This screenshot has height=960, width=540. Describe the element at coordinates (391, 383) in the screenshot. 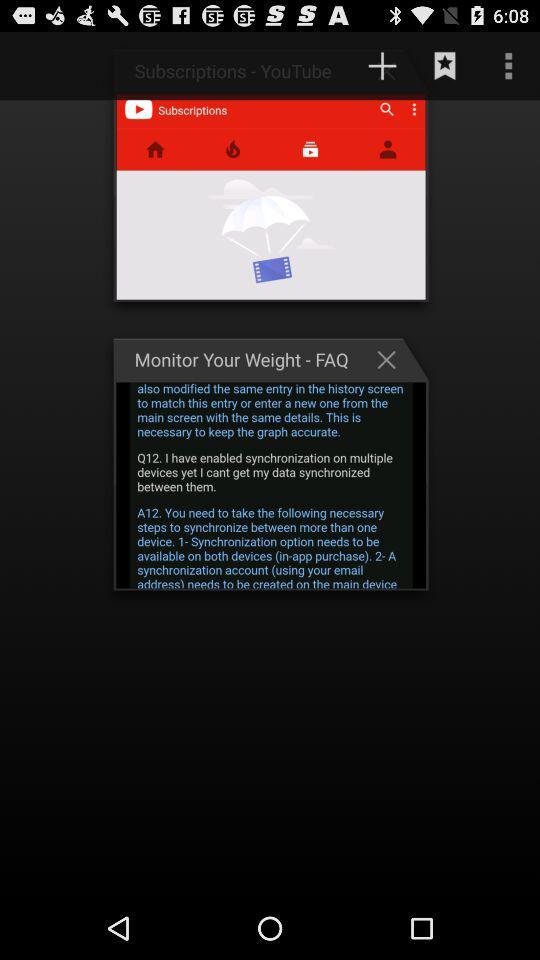

I see `the close icon` at that location.